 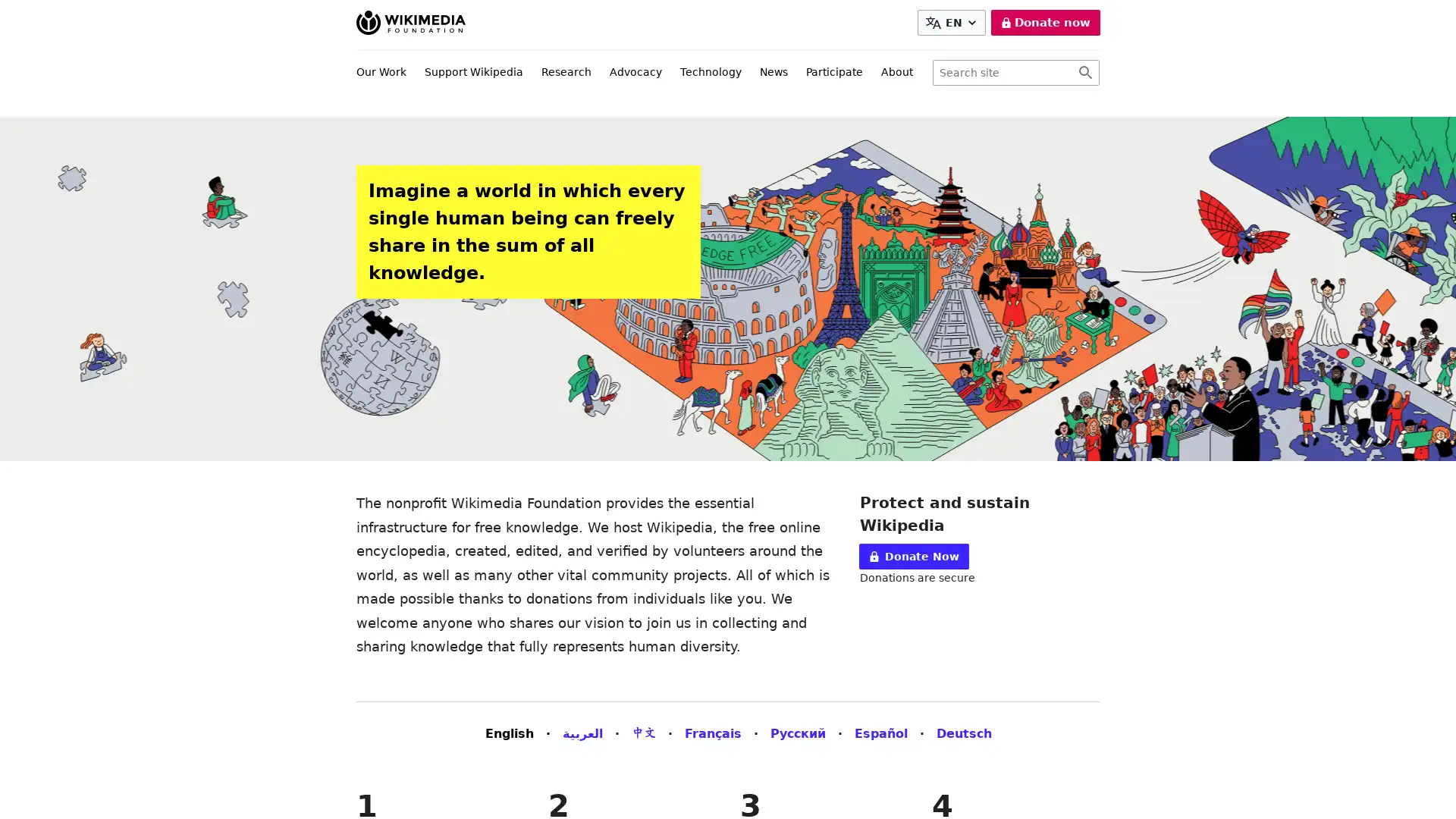 I want to click on Search, so click(x=1084, y=73).